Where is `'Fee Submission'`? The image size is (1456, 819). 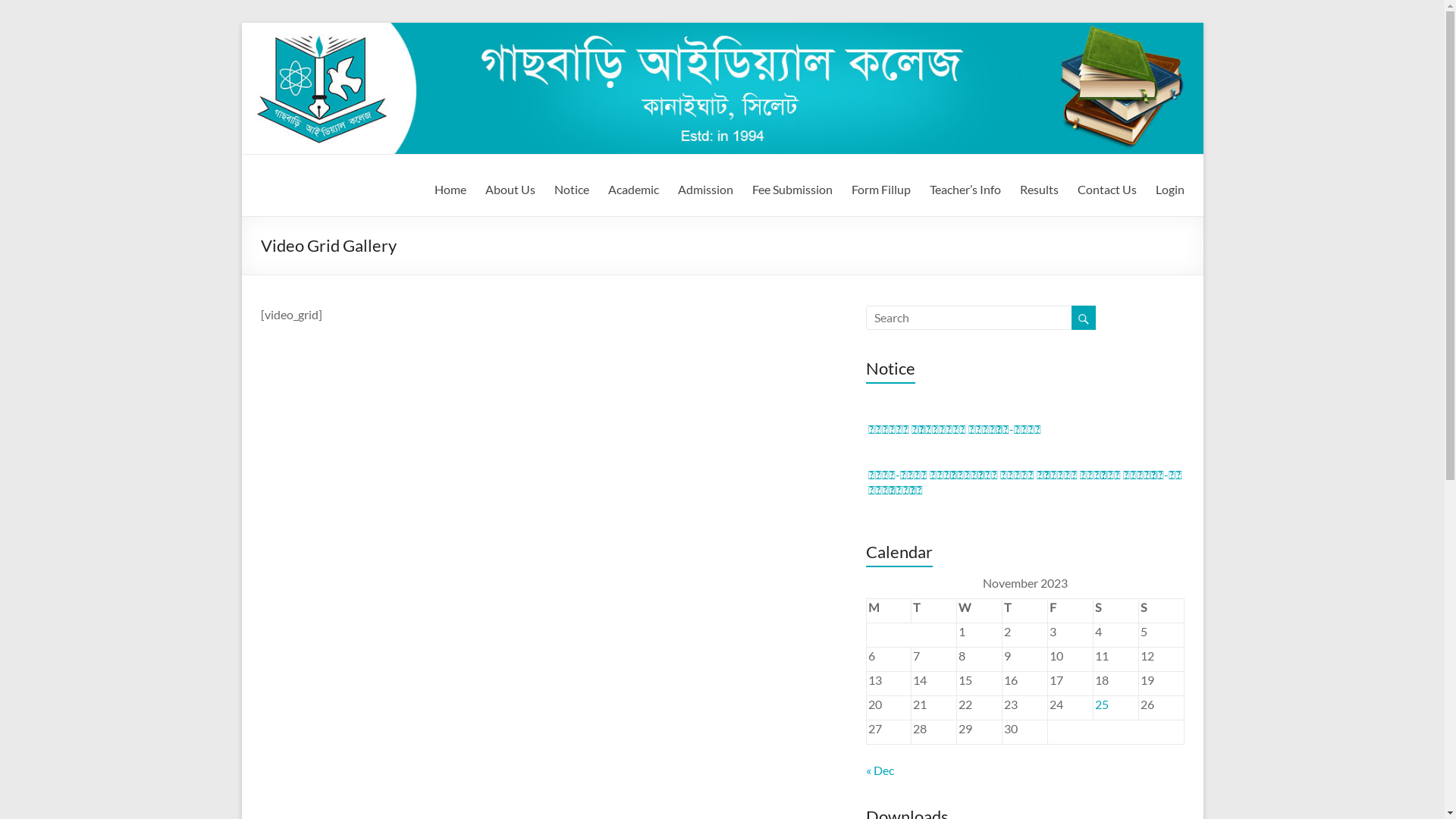
'Fee Submission' is located at coordinates (792, 186).